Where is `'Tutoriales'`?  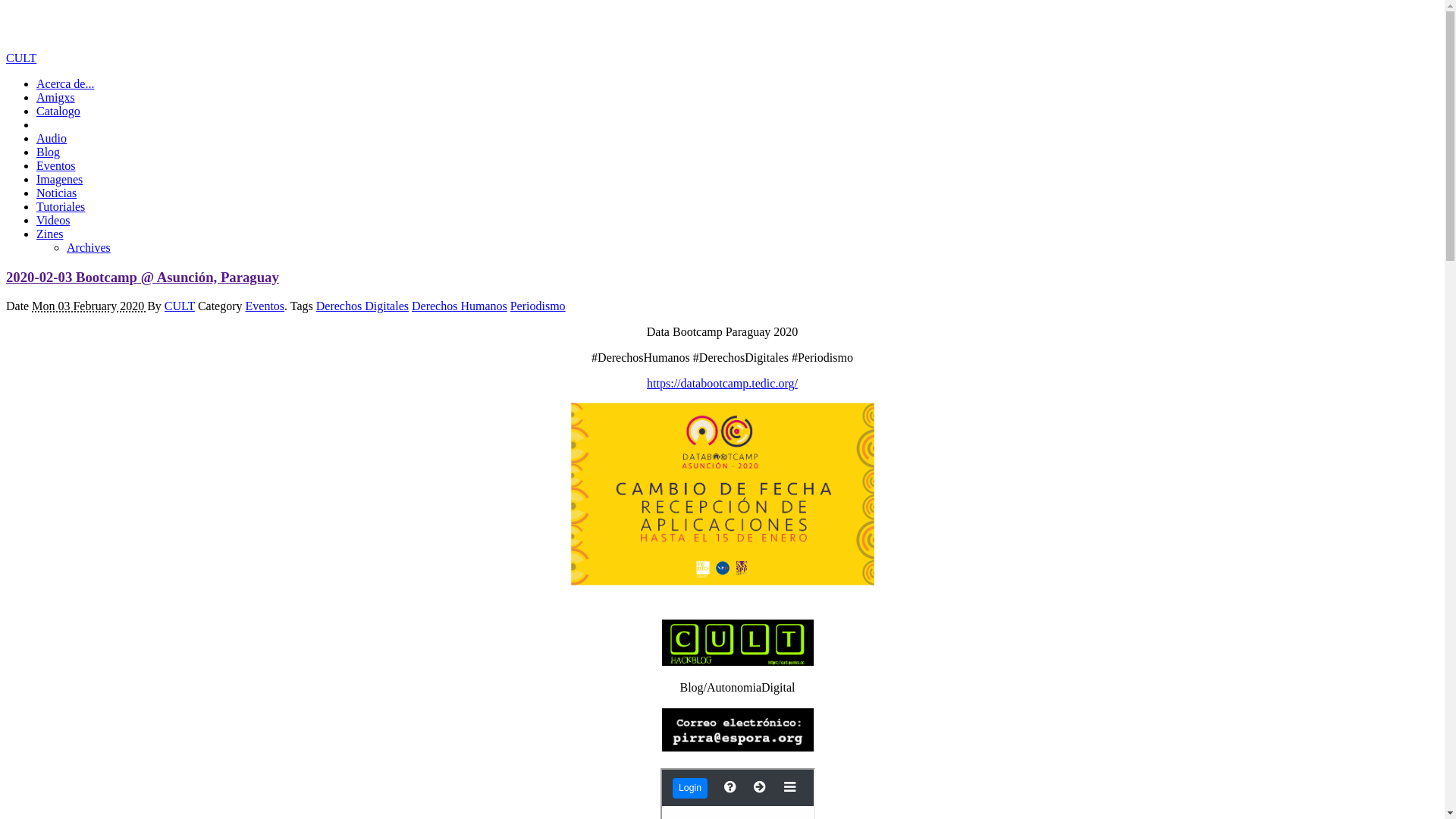
'Tutoriales' is located at coordinates (61, 206).